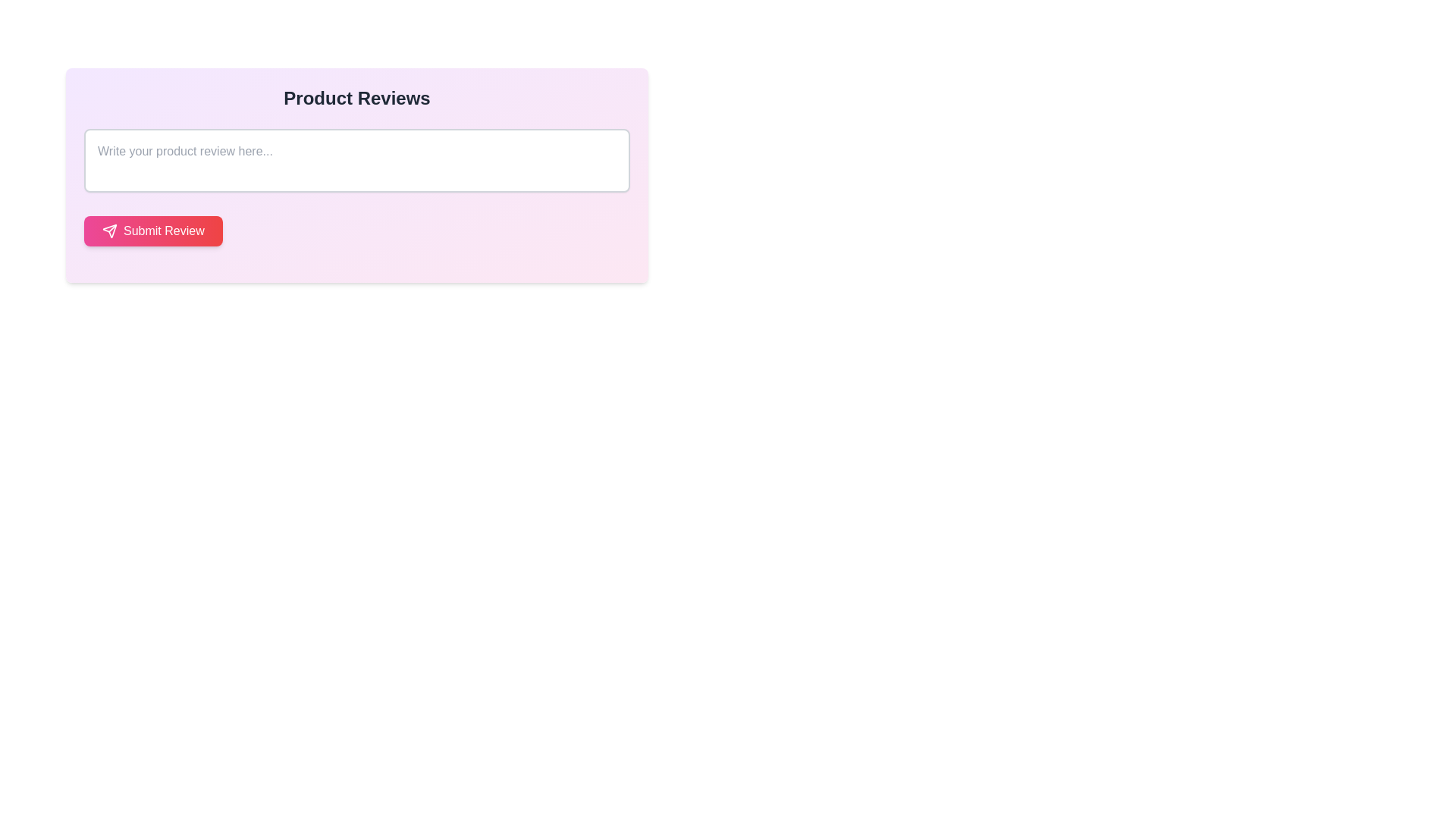  Describe the element at coordinates (153, 231) in the screenshot. I see `the 'Submit Review' button with a pink to red gradient background` at that location.